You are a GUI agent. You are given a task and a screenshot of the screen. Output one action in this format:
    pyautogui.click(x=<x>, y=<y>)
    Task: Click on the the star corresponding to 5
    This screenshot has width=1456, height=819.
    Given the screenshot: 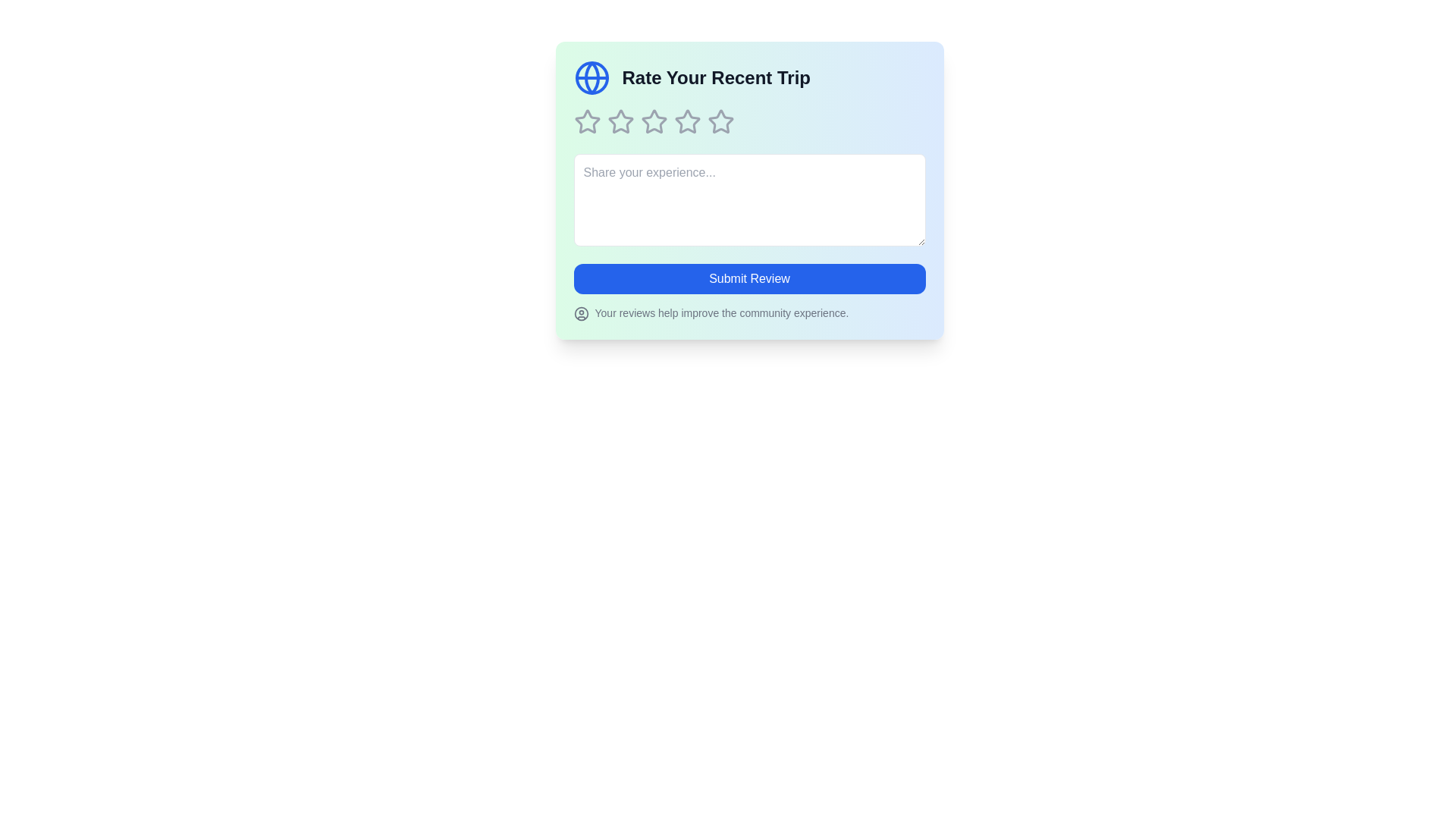 What is the action you would take?
    pyautogui.click(x=720, y=121)
    